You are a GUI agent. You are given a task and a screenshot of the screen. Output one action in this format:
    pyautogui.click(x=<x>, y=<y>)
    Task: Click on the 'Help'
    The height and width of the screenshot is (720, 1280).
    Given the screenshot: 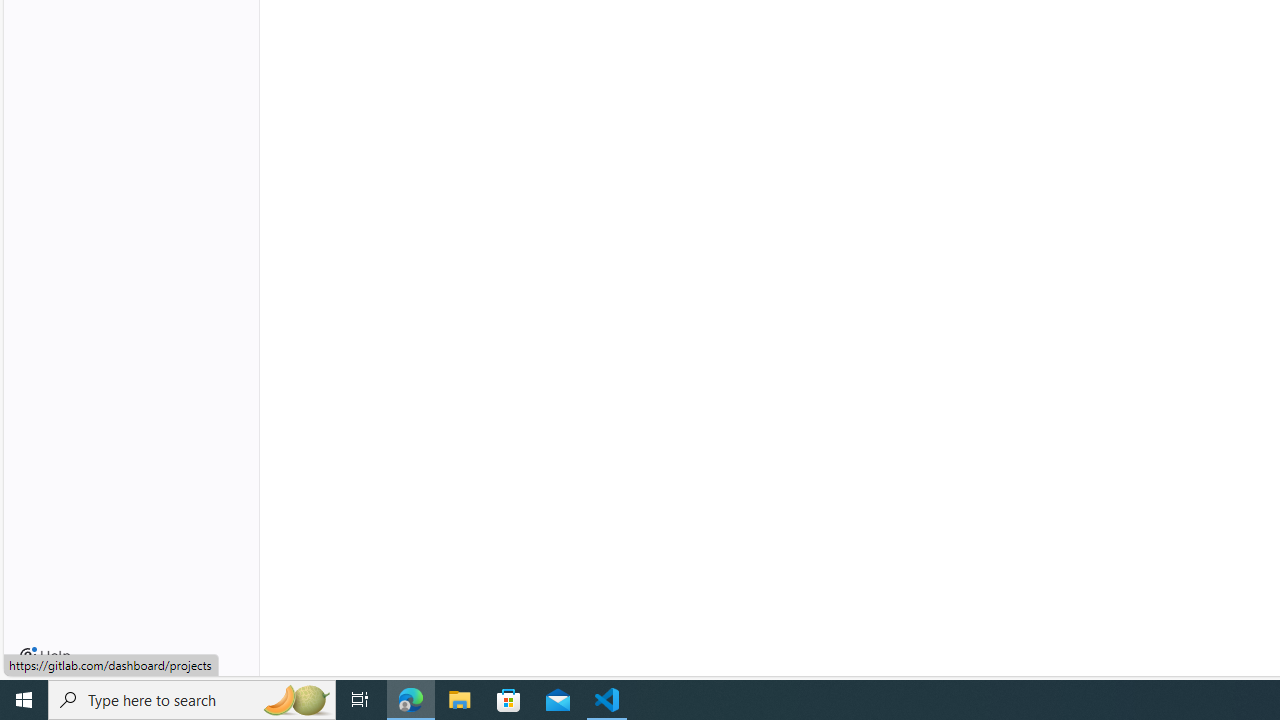 What is the action you would take?
    pyautogui.click(x=45, y=655)
    